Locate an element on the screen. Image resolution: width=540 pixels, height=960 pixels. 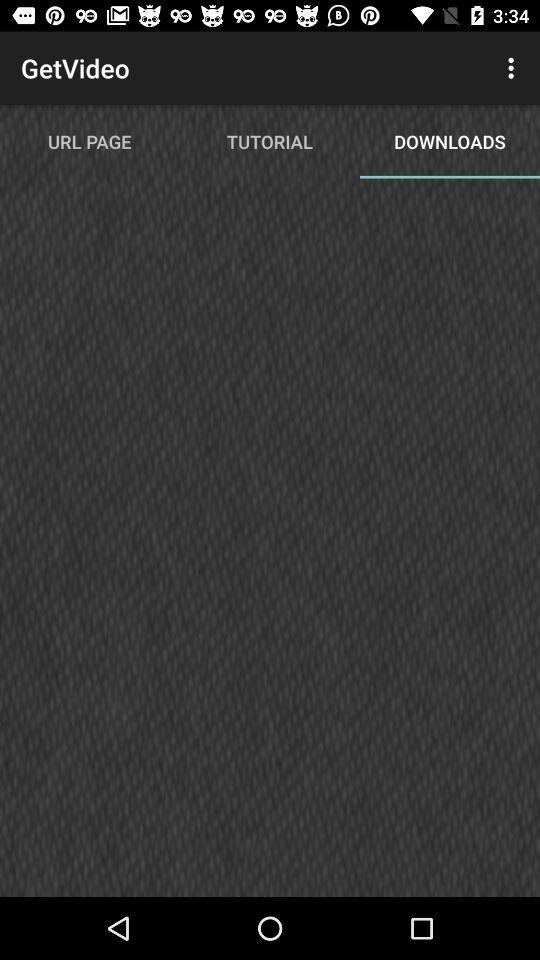
icon at the center is located at coordinates (270, 546).